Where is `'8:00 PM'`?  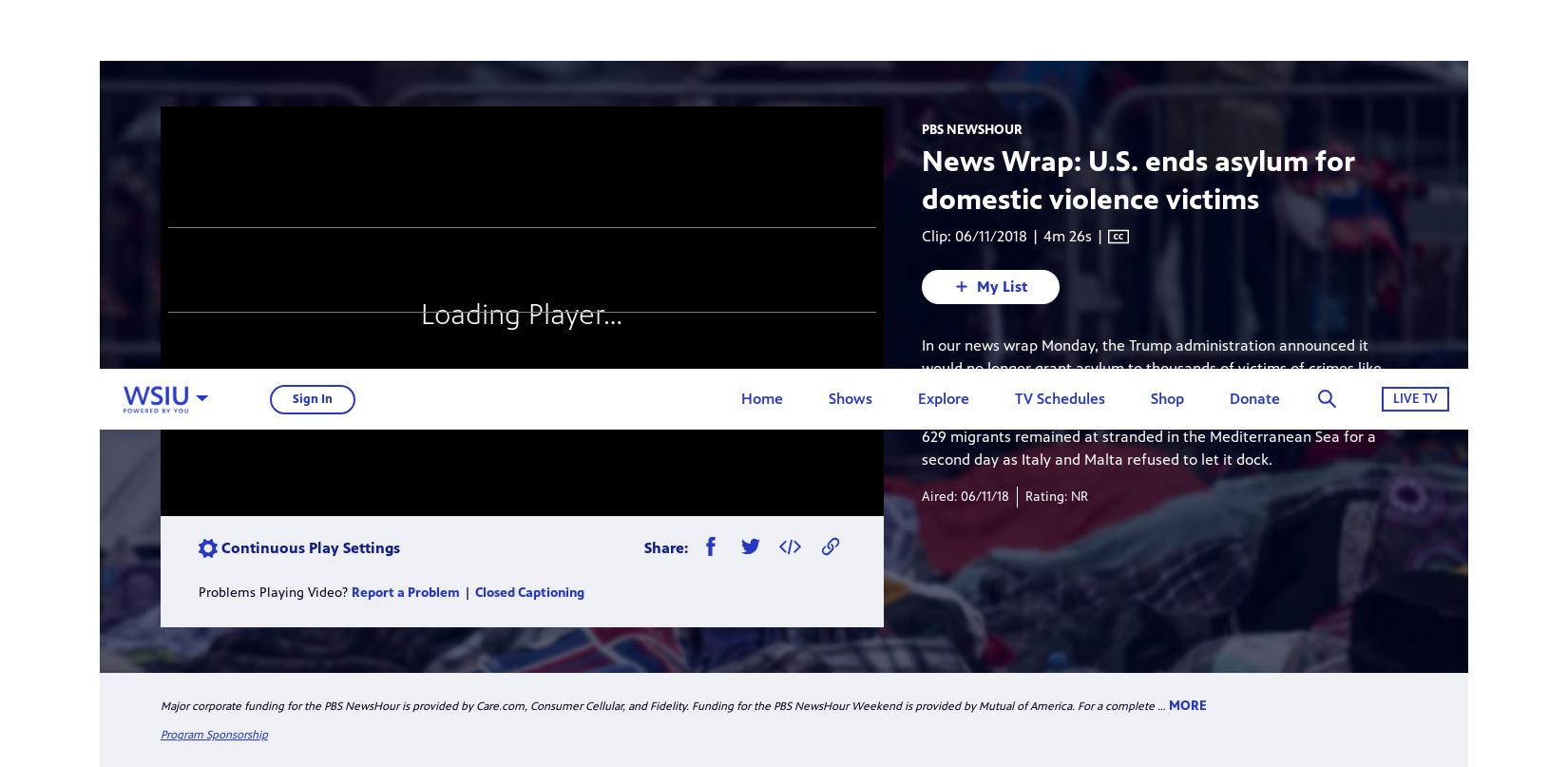
'8:00 PM' is located at coordinates (882, 249).